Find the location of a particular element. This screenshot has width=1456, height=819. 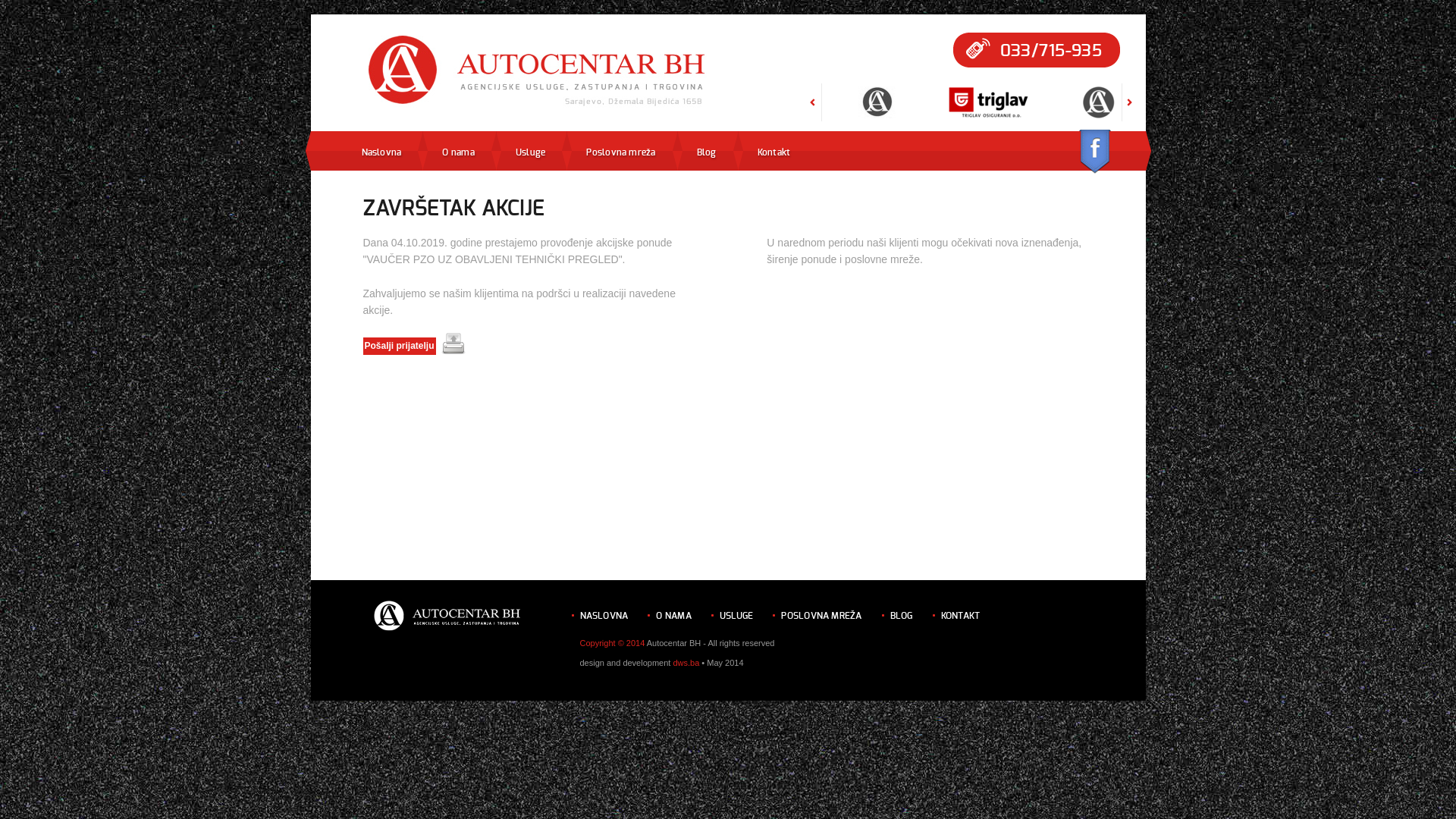

'Next' is located at coordinates (1129, 116).